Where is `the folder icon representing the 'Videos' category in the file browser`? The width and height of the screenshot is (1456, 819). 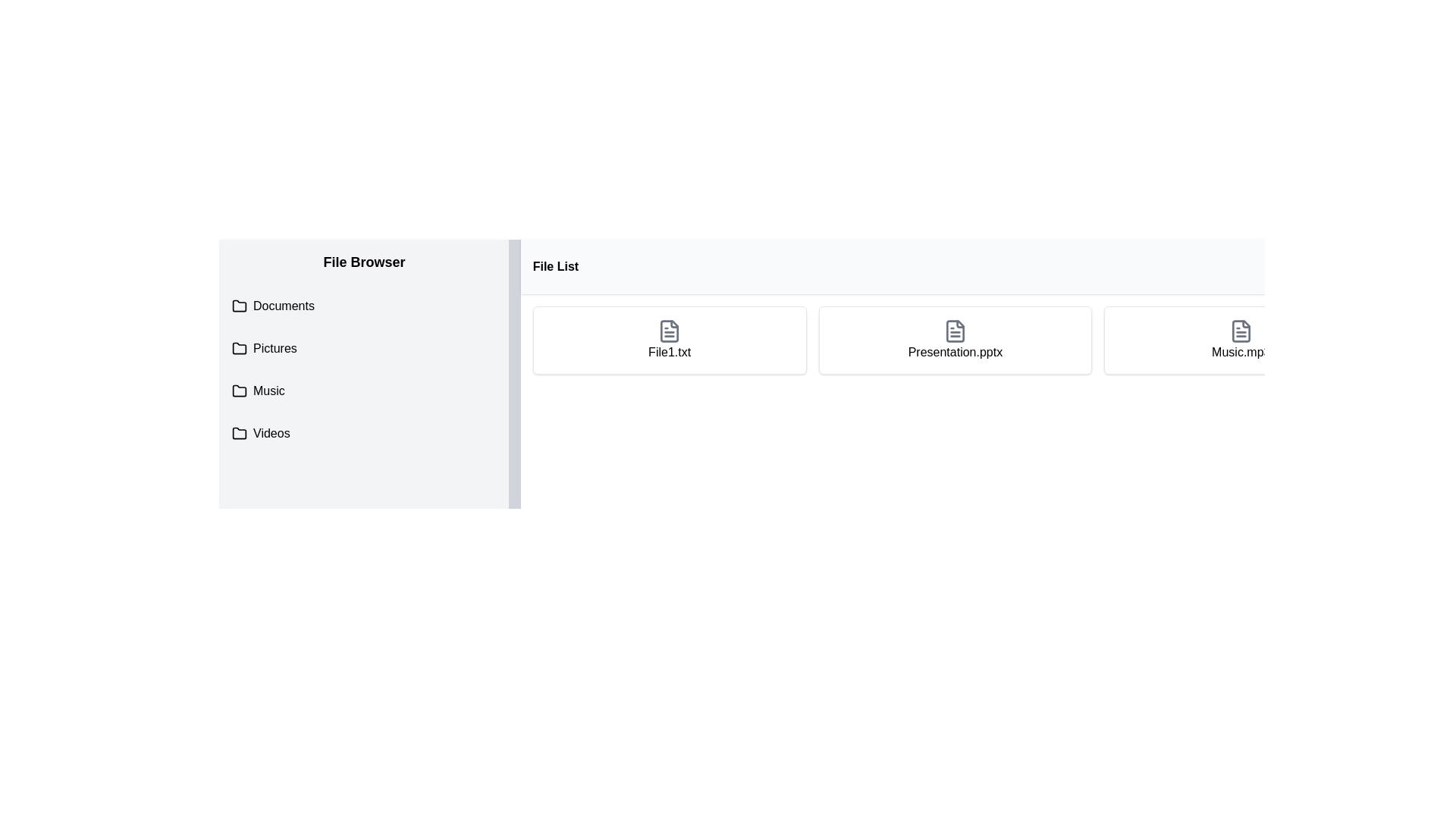
the folder icon representing the 'Videos' category in the file browser is located at coordinates (239, 433).